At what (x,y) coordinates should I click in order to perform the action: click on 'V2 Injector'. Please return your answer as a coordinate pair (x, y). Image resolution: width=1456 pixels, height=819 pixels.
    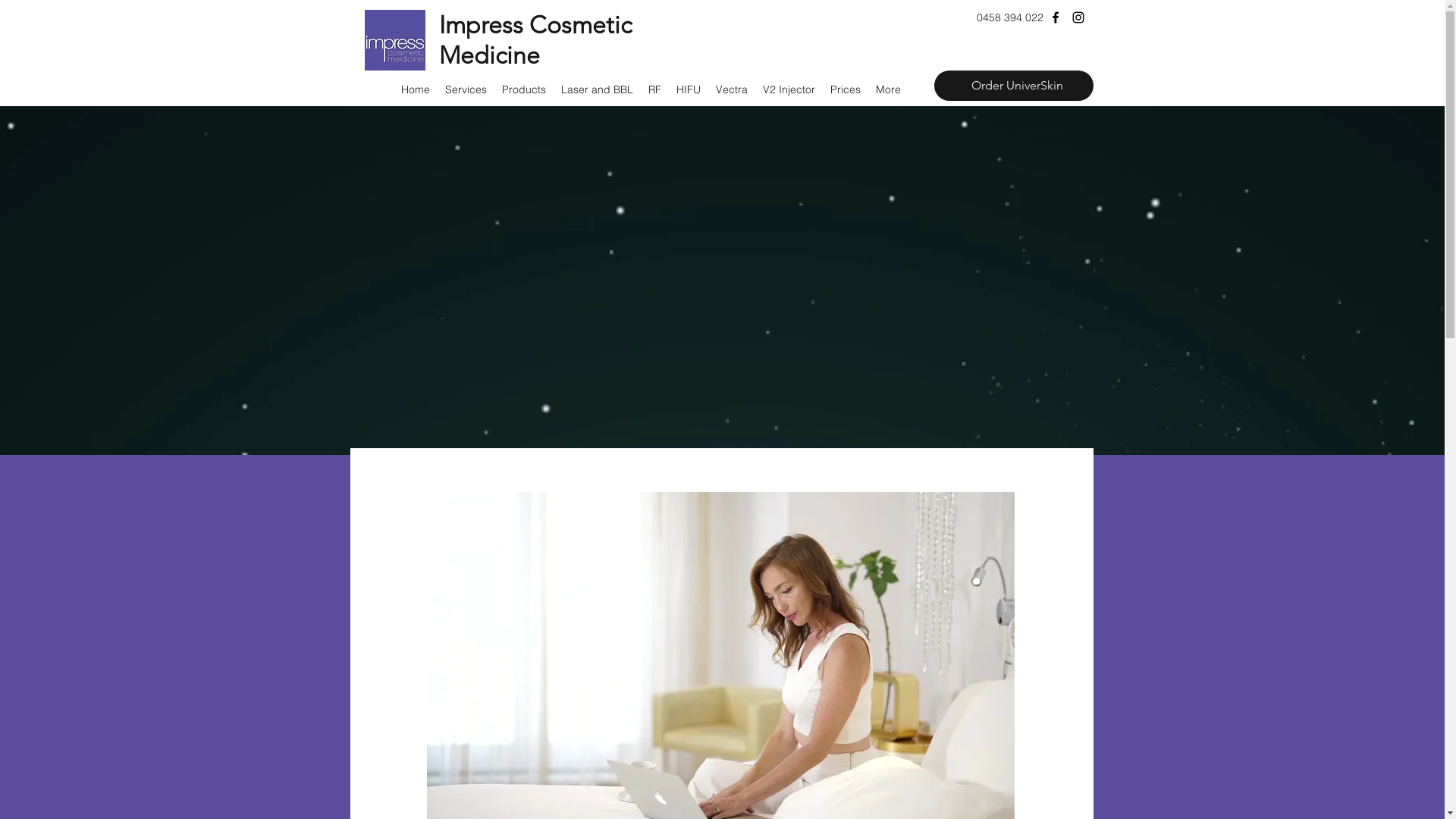
    Looking at the image, I should click on (789, 89).